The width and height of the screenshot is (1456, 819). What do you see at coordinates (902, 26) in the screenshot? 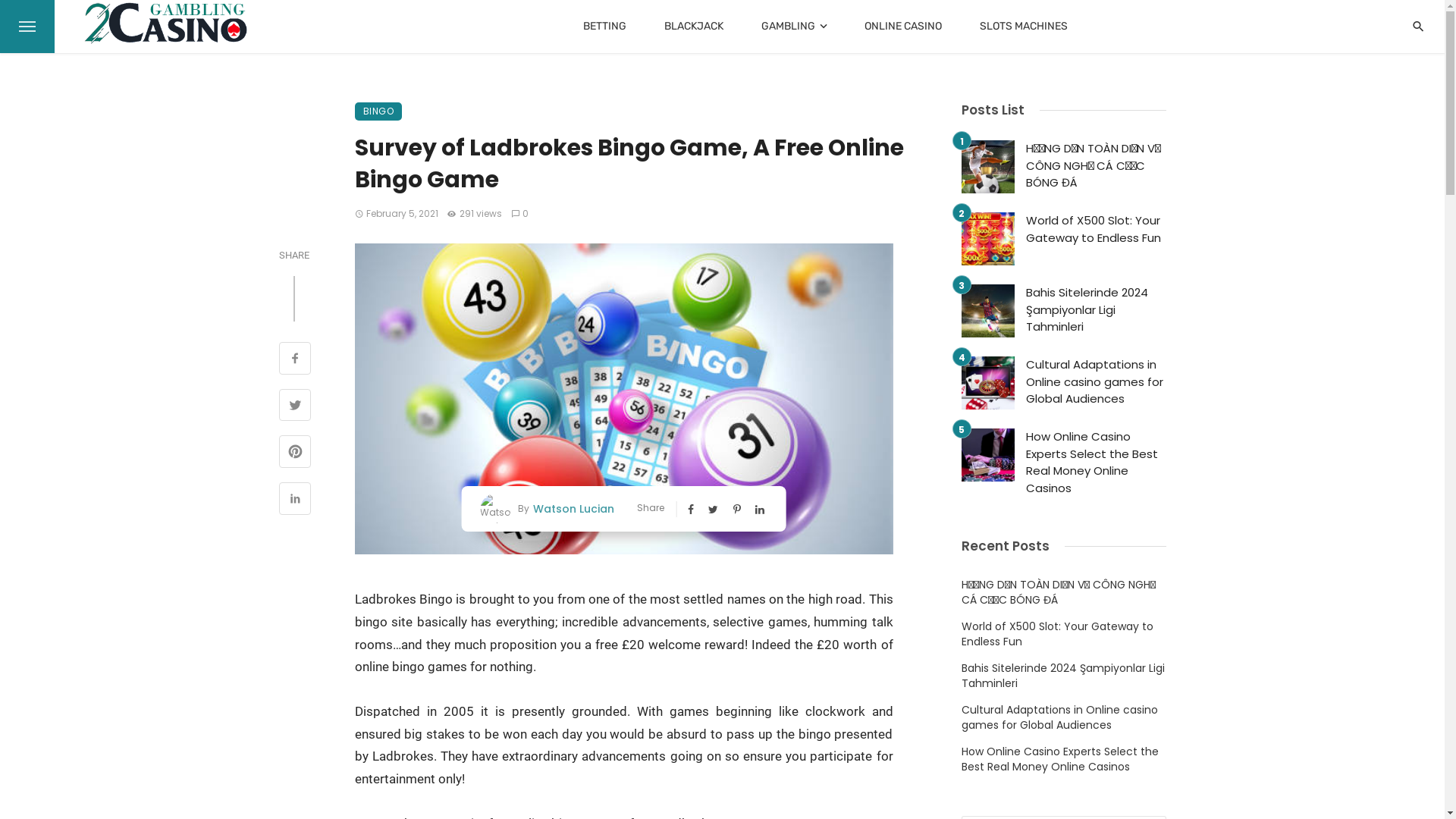
I see `'ONLINE CASINO'` at bounding box center [902, 26].